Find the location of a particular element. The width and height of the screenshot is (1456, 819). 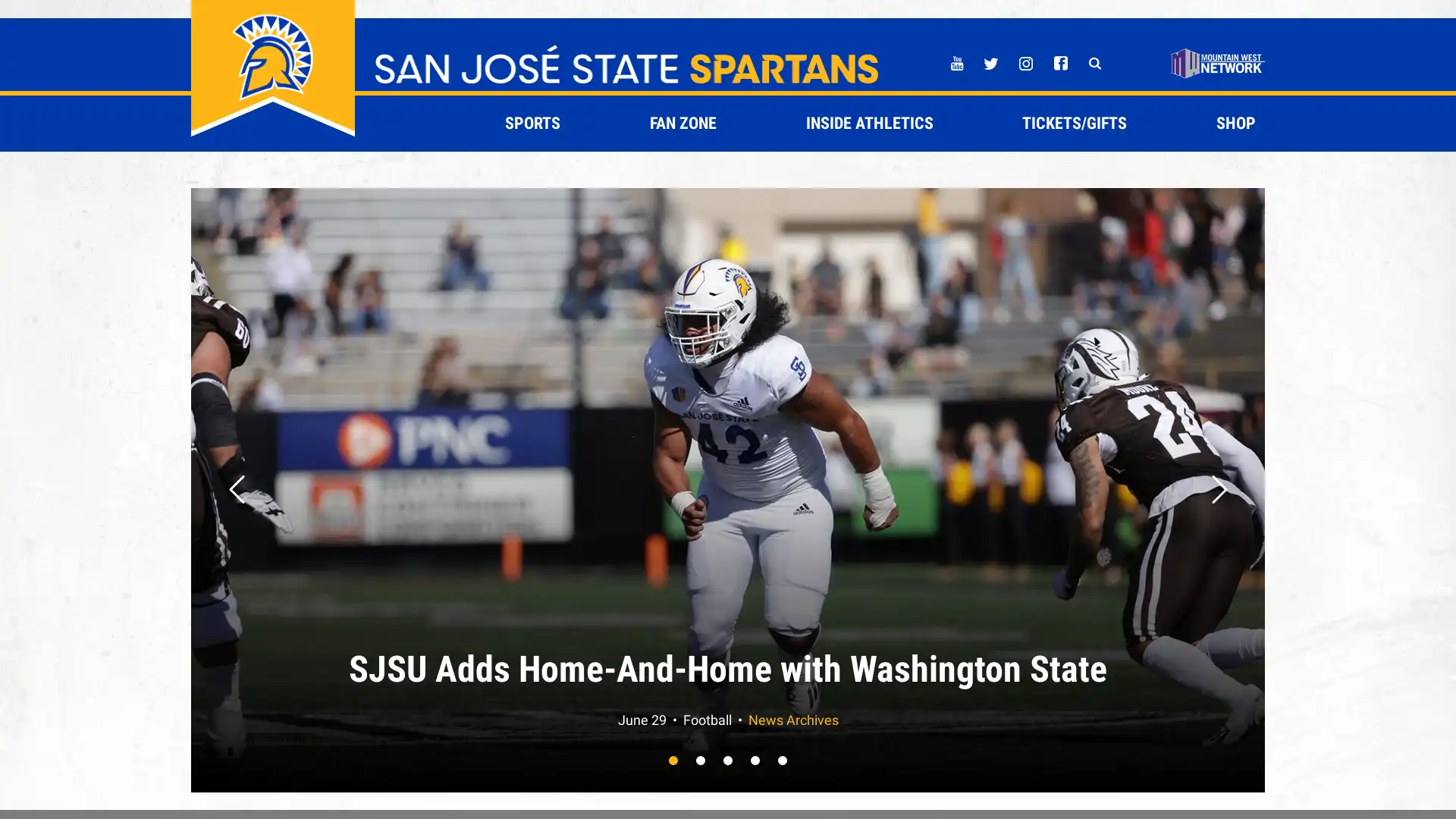

previous is located at coordinates (236, 489).